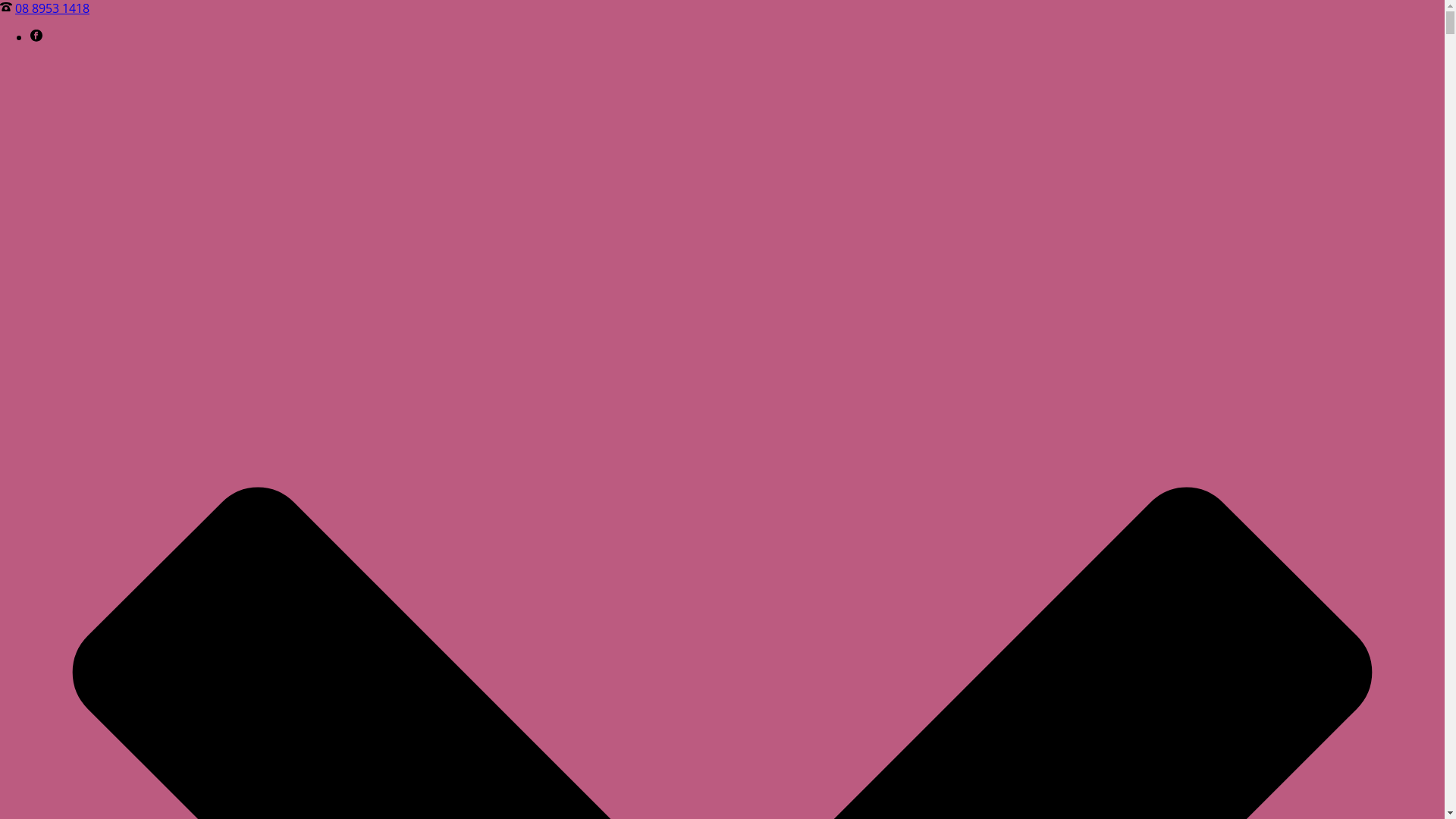 Image resolution: width=1456 pixels, height=819 pixels. I want to click on '08 8953 1418', so click(52, 8).